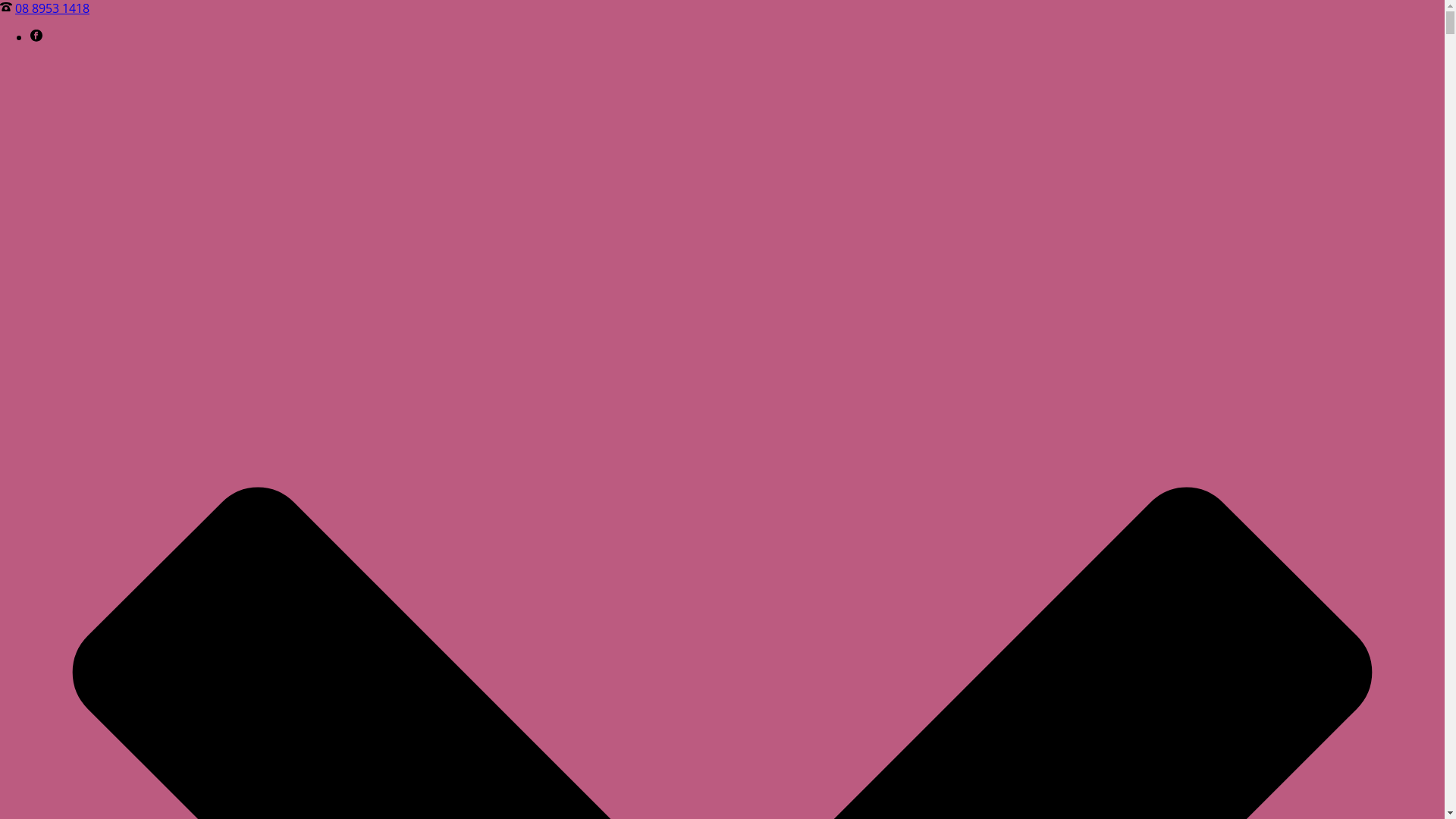 Image resolution: width=1456 pixels, height=819 pixels. I want to click on '08 8953 1418', so click(52, 8).